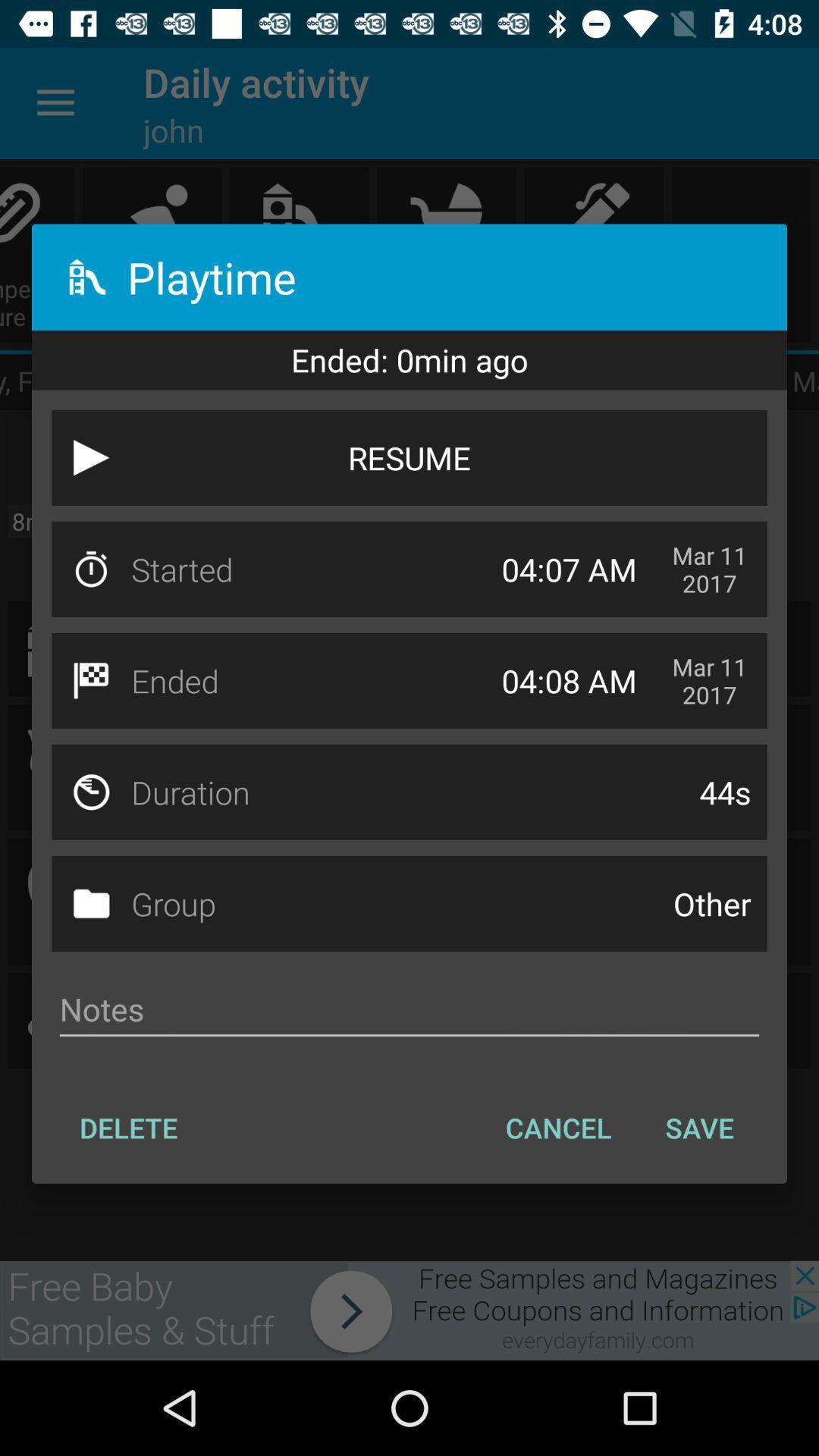 The height and width of the screenshot is (1456, 819). Describe the element at coordinates (558, 1128) in the screenshot. I see `cancel item` at that location.